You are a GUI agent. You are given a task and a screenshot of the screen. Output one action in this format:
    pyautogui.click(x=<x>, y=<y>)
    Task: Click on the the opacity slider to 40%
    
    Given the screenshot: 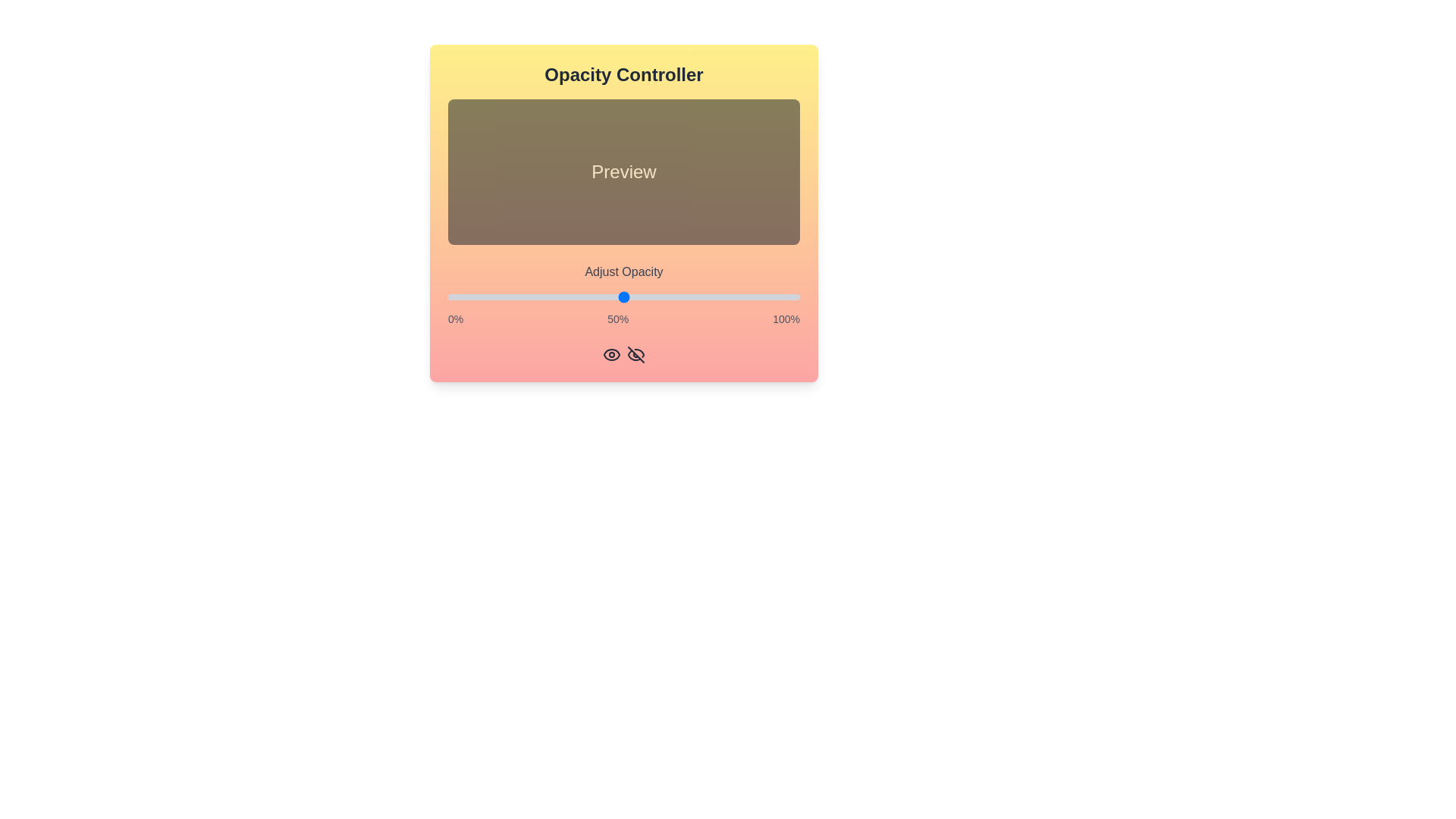 What is the action you would take?
    pyautogui.click(x=588, y=297)
    